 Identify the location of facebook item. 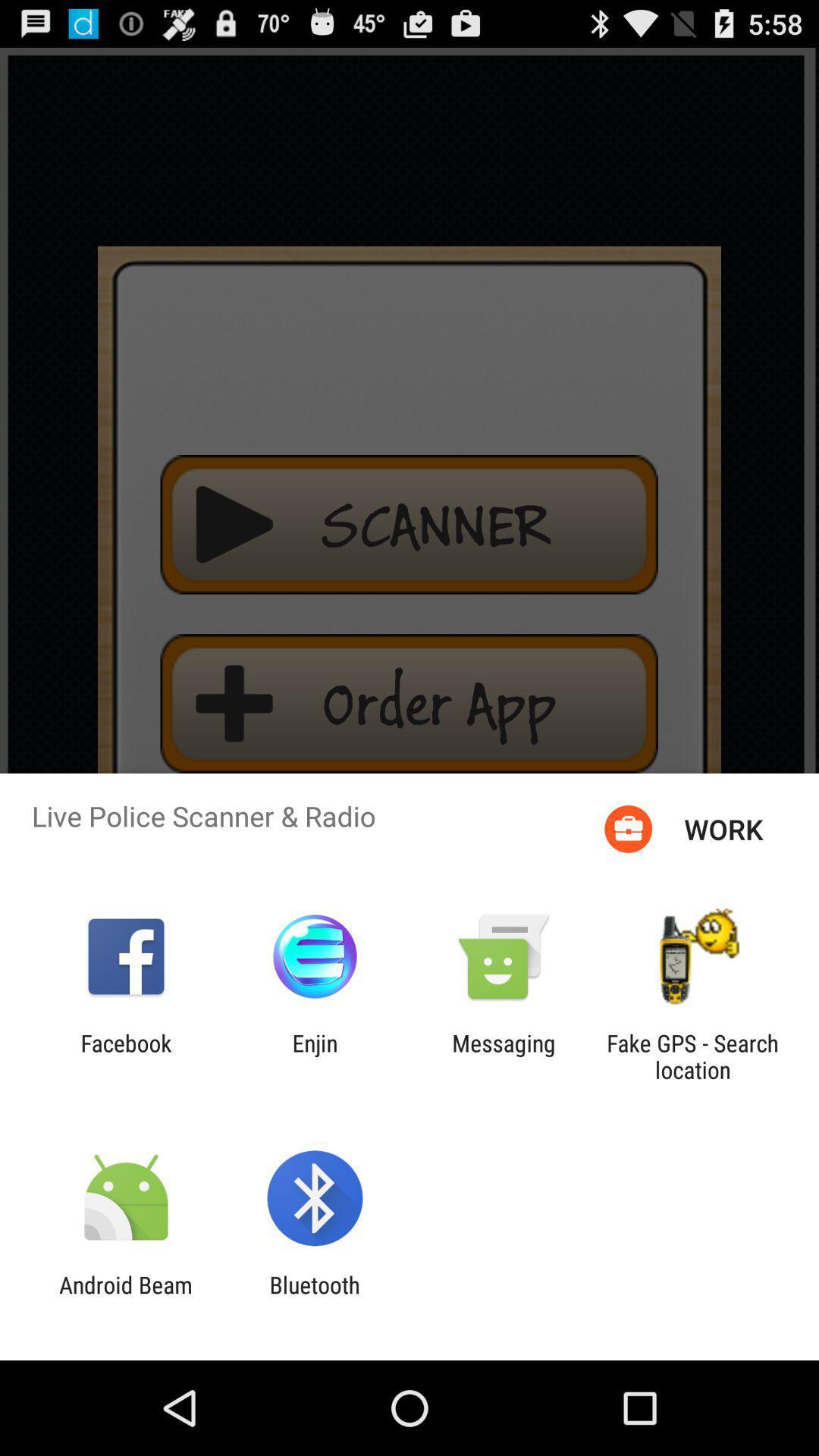
(125, 1056).